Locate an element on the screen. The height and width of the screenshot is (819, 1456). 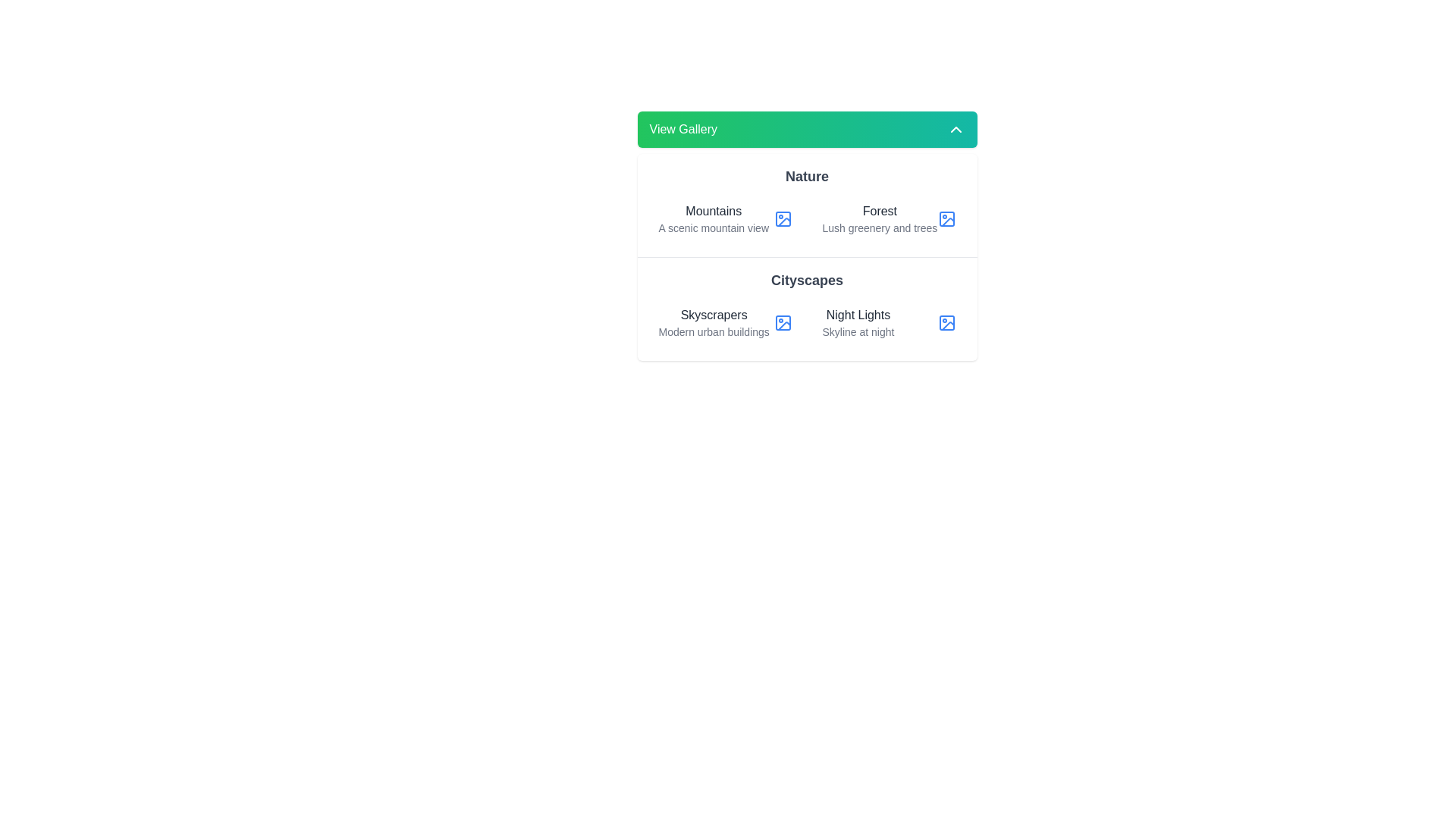
the small blue square icon located to the right of the 'Night Lights' text within the 'Cityscapes' section is located at coordinates (946, 322).